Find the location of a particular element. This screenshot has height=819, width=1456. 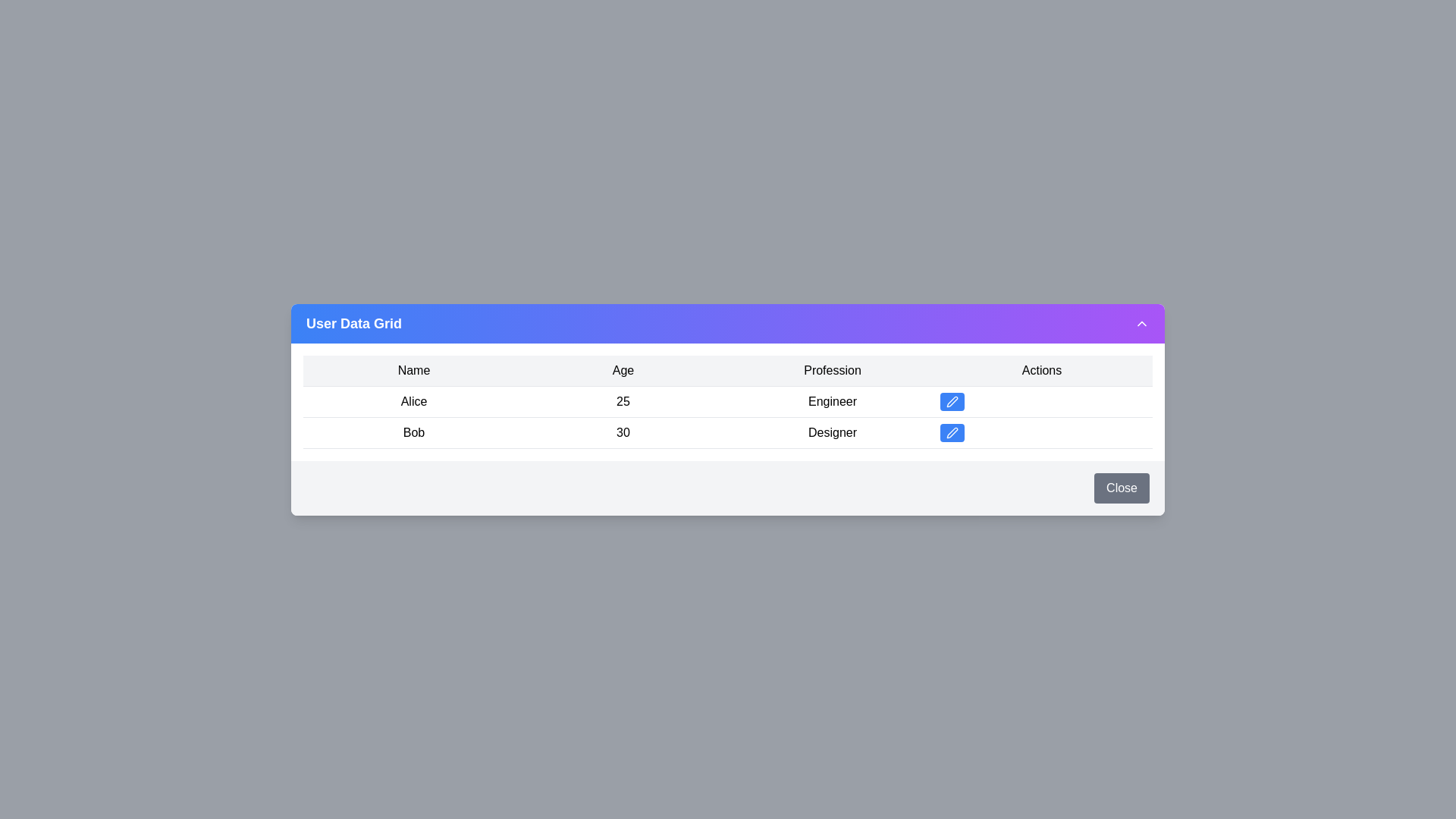

the toggle button located in the top-right corner of the 'User Data Grid' panel is located at coordinates (1142, 322).